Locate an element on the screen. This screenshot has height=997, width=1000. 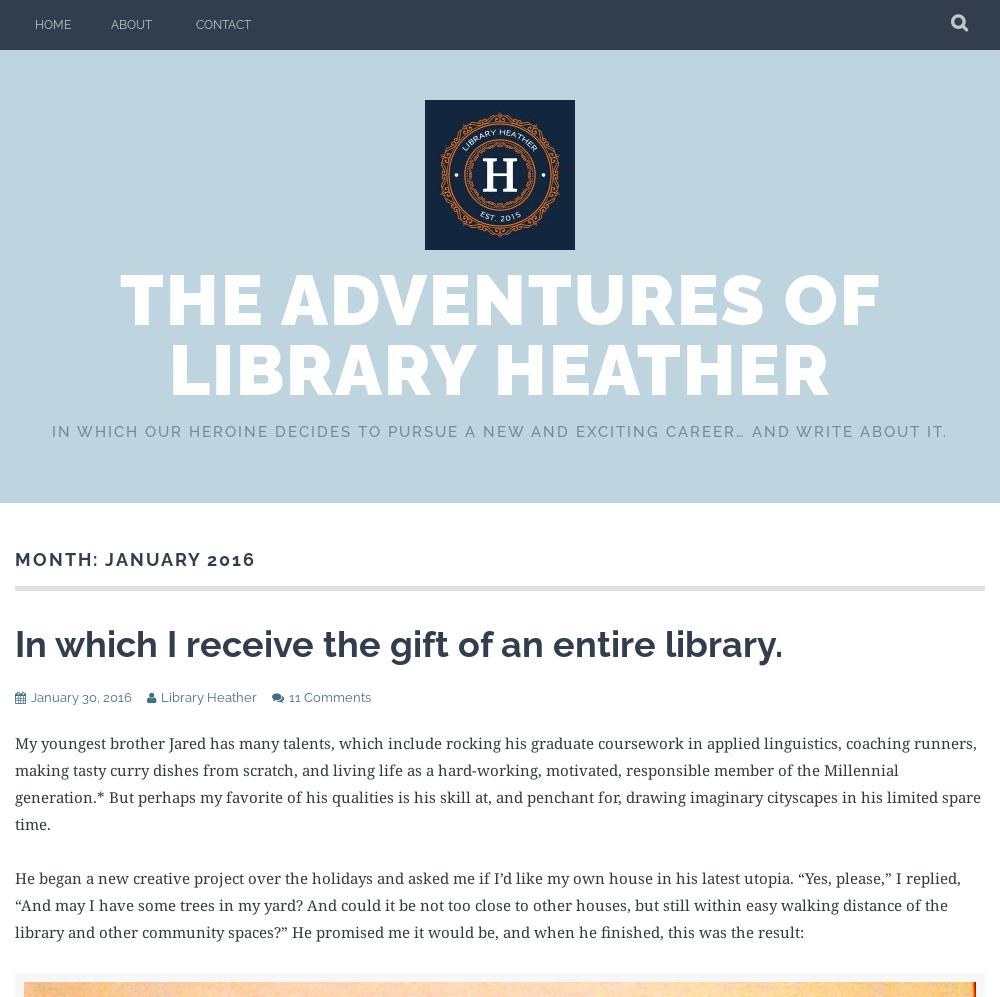
'The Adventures of Library Heather' is located at coordinates (498, 333).